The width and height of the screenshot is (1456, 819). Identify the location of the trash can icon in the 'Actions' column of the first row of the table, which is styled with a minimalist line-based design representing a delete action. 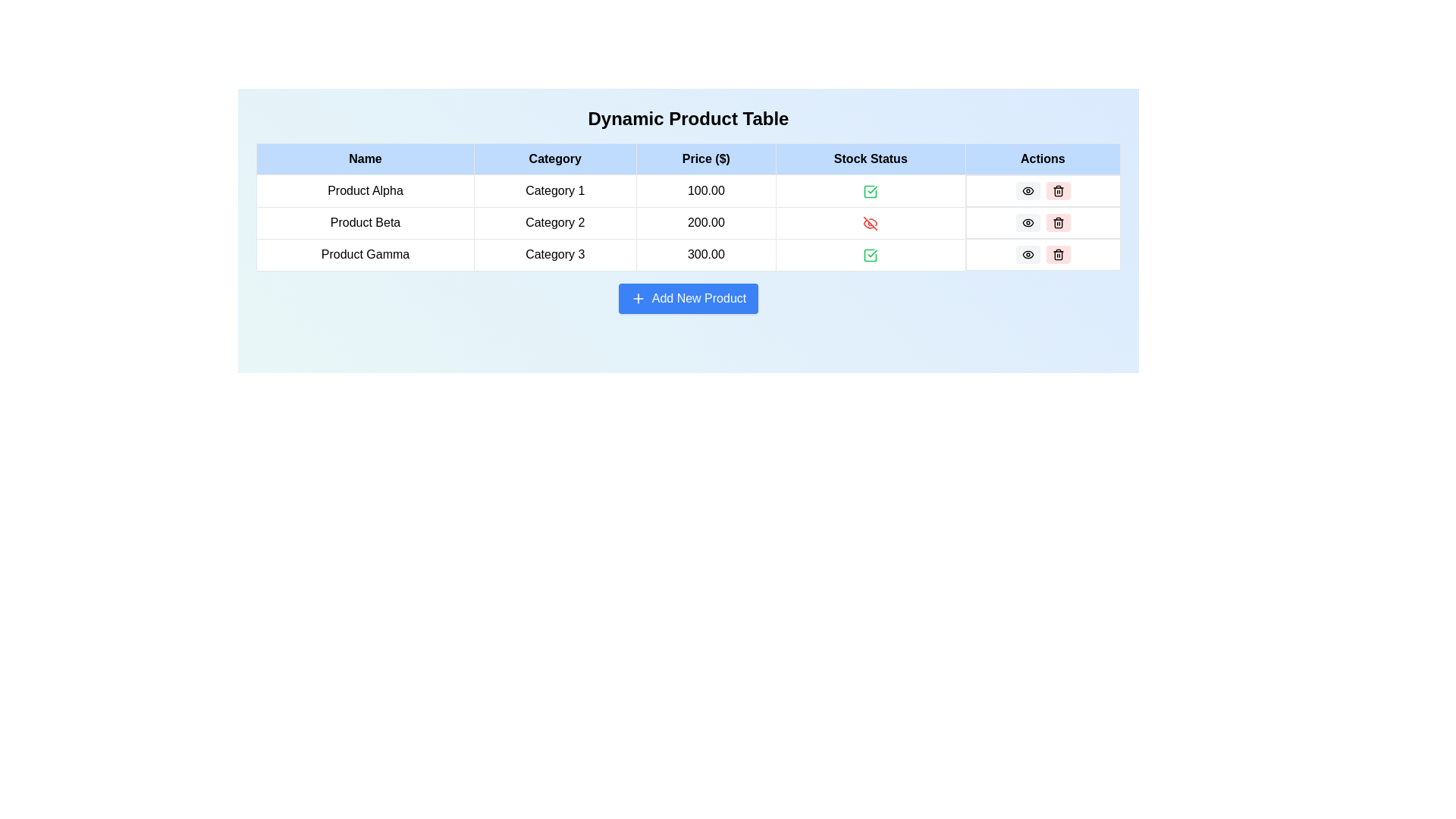
(1057, 190).